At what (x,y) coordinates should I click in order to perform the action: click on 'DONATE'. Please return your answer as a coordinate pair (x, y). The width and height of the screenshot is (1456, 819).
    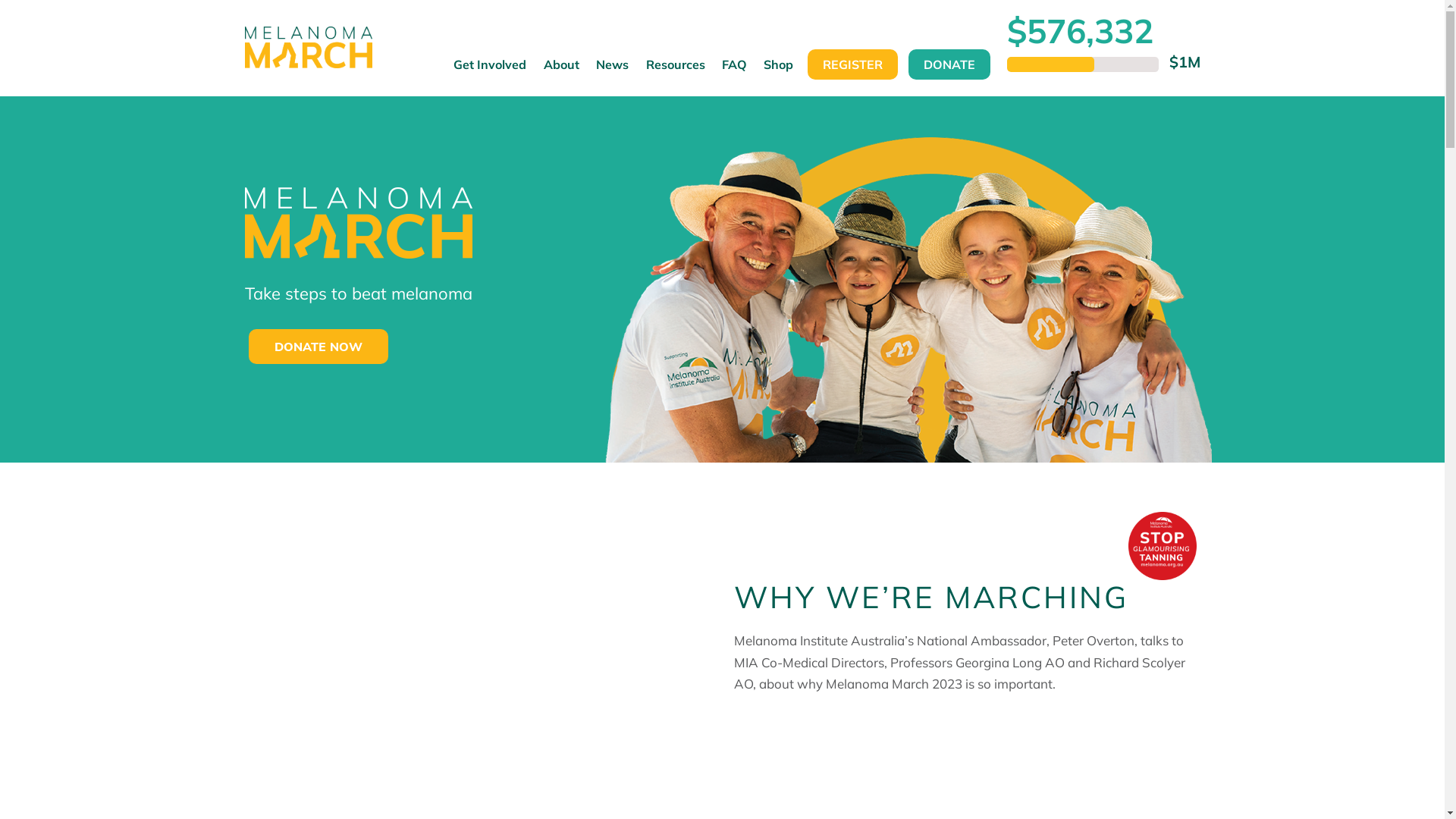
    Looking at the image, I should click on (949, 63).